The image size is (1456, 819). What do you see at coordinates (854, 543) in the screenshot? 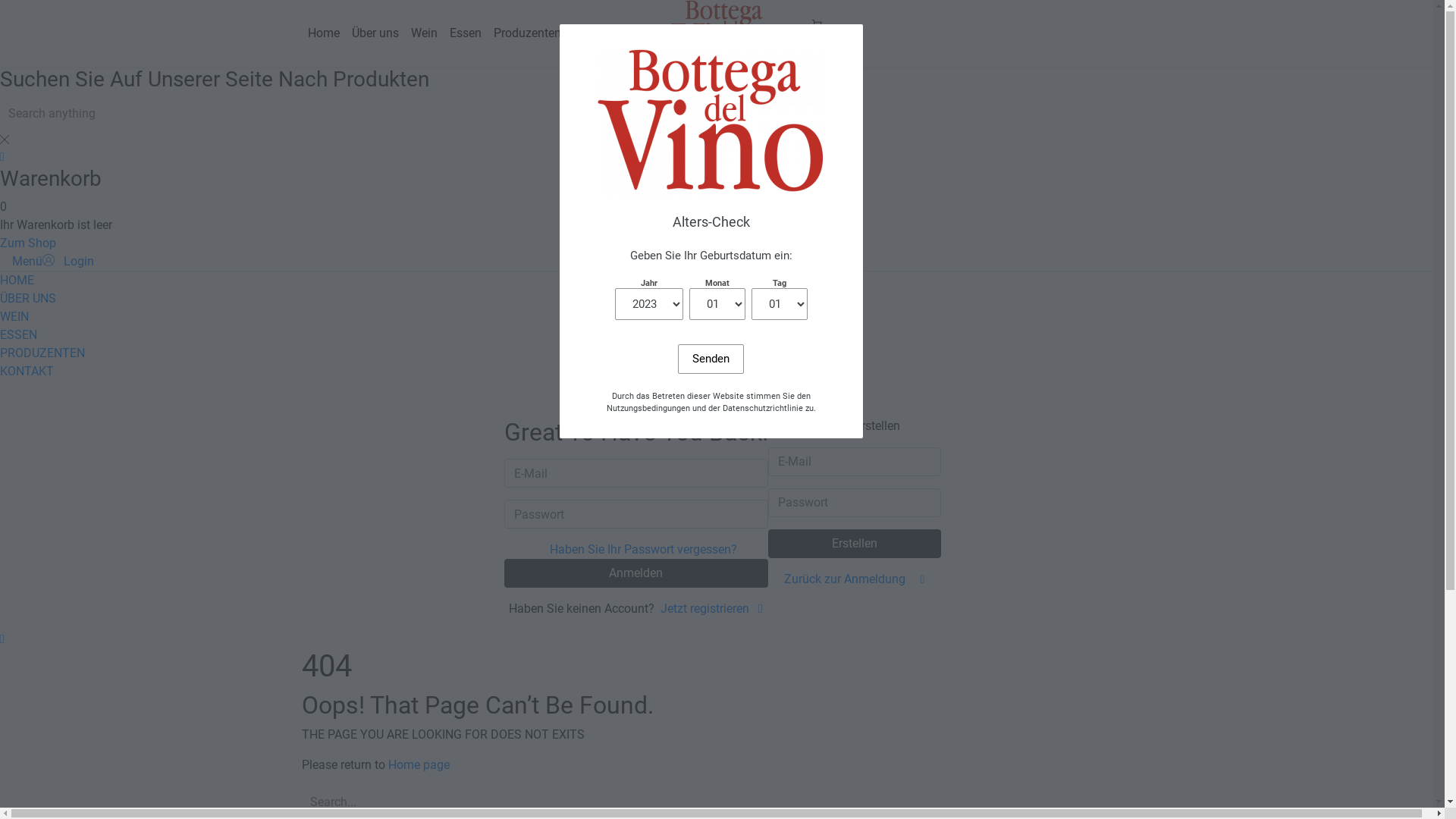
I see `'Erstellen'` at bounding box center [854, 543].